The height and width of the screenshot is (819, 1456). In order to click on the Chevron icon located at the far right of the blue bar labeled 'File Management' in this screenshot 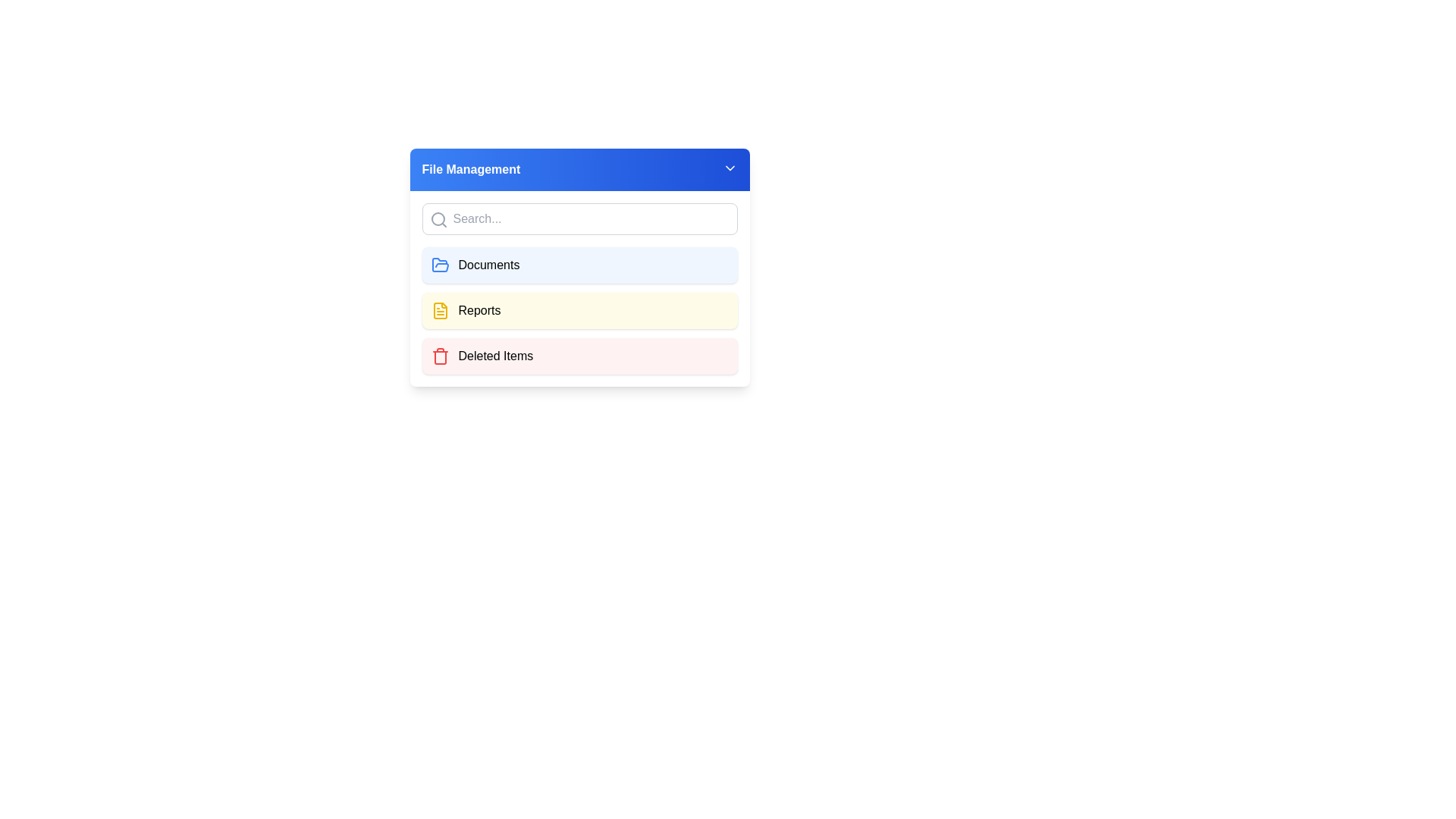, I will do `click(730, 168)`.